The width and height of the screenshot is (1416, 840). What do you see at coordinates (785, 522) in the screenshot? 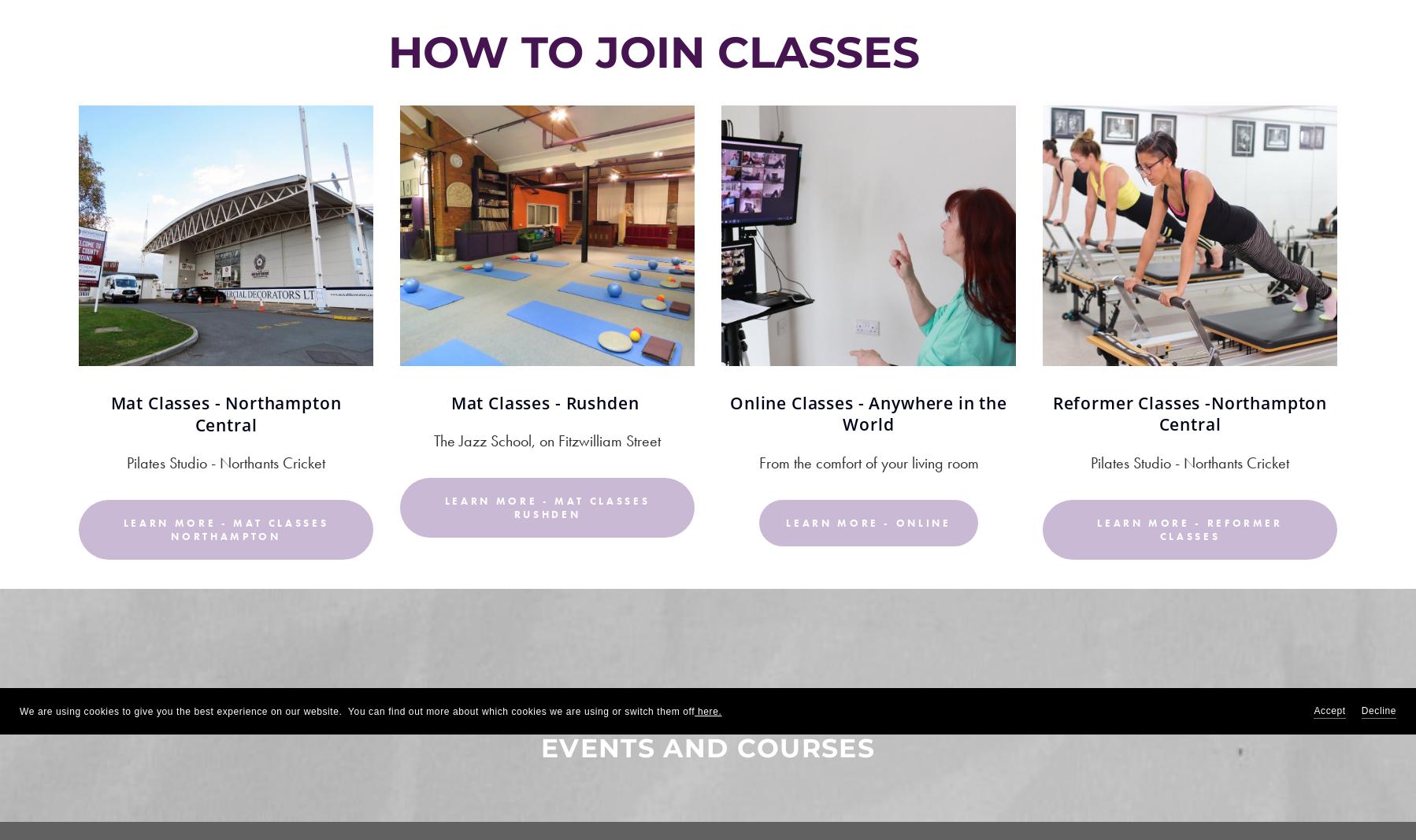
I see `'Learn more - Online'` at bounding box center [785, 522].